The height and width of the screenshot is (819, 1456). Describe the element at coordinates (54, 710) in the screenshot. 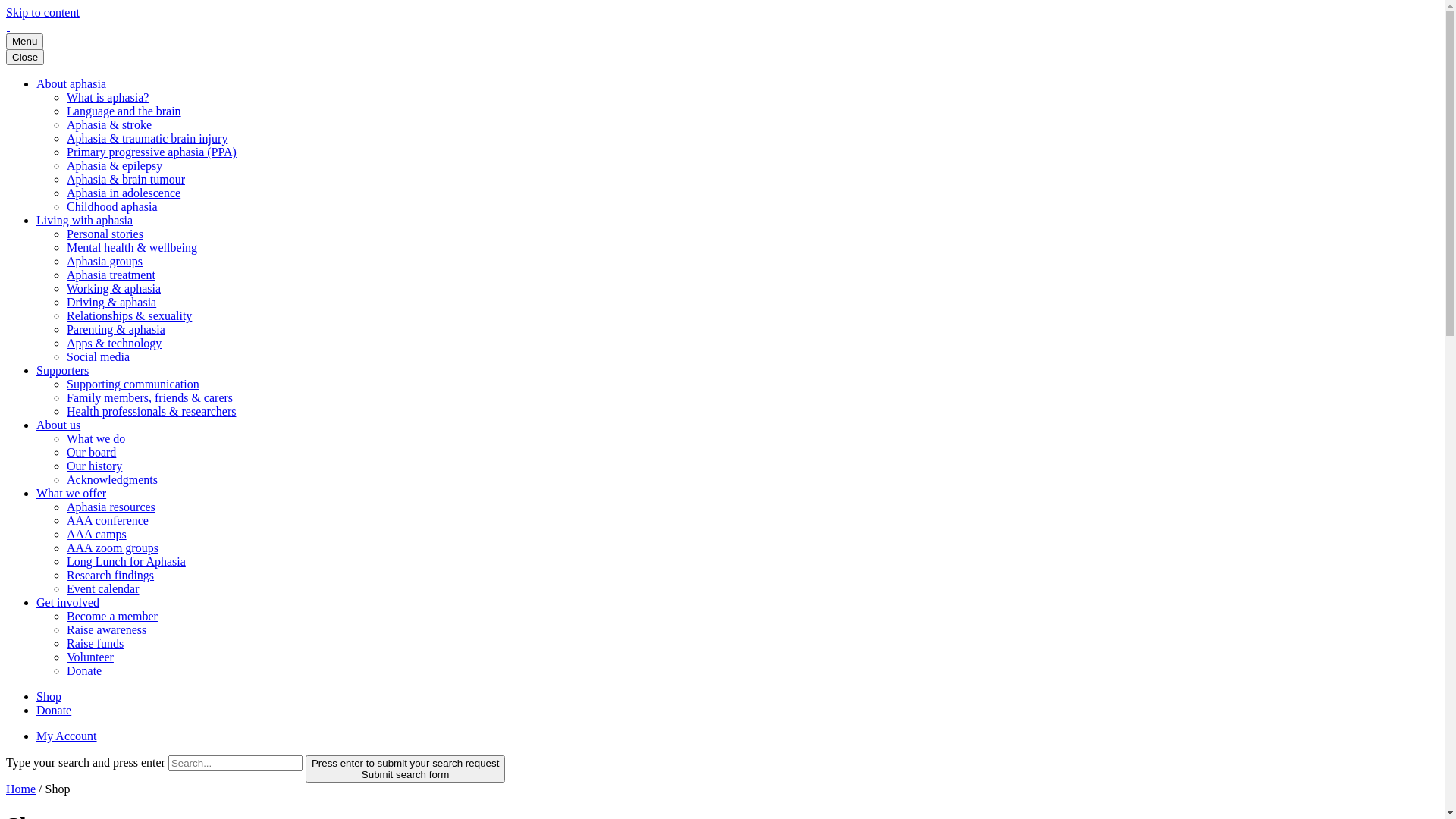

I see `'Donate'` at that location.